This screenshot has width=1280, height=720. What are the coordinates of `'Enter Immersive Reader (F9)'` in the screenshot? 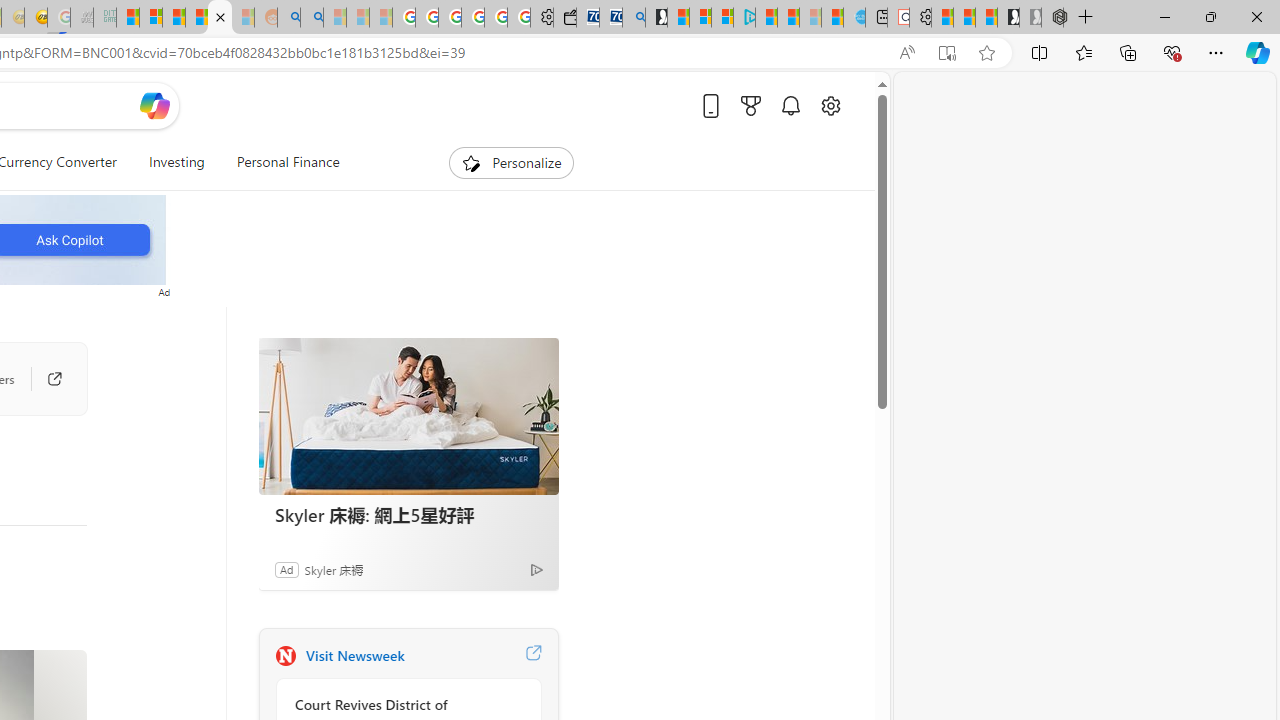 It's located at (945, 52).